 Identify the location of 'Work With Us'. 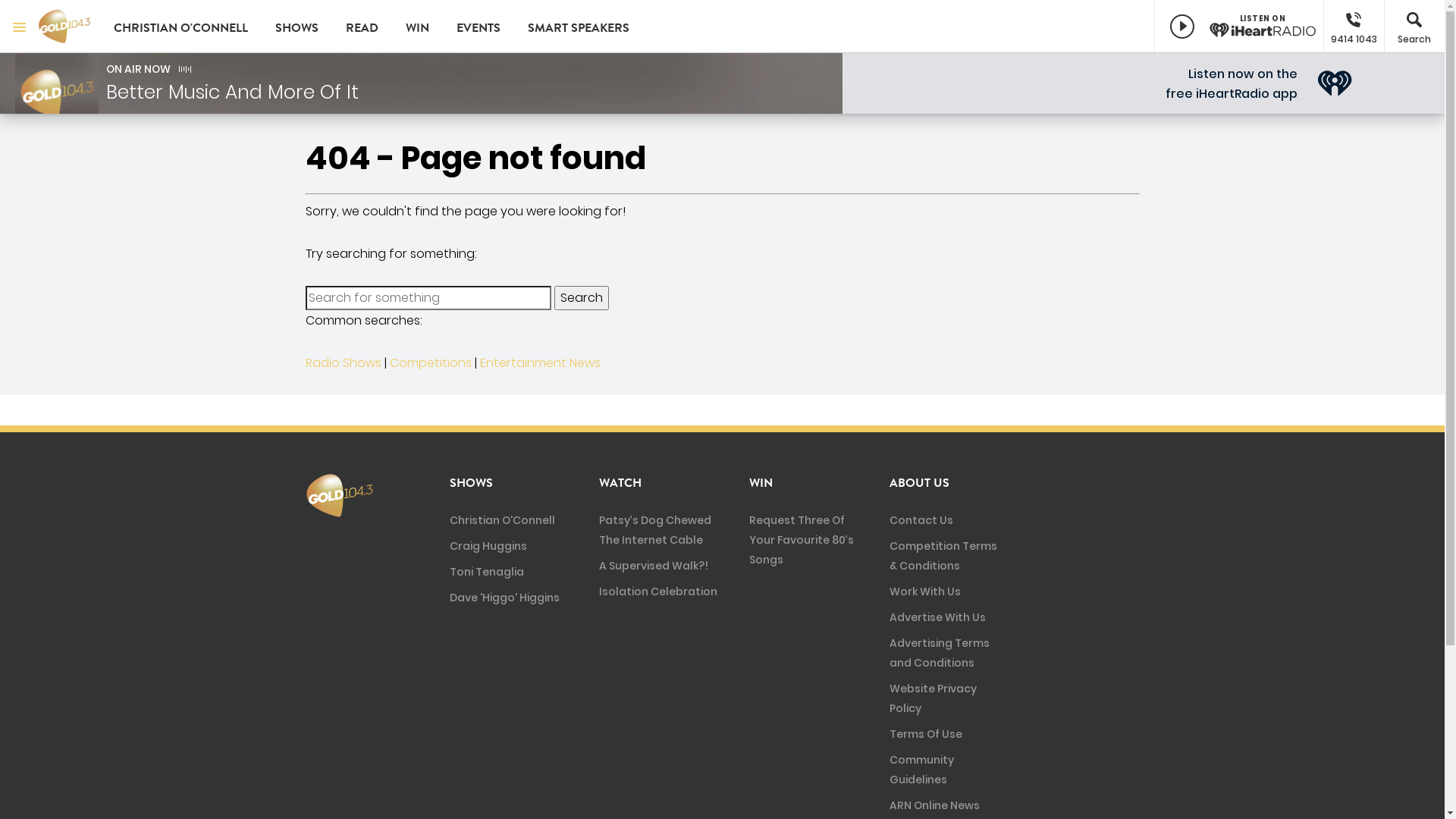
(889, 590).